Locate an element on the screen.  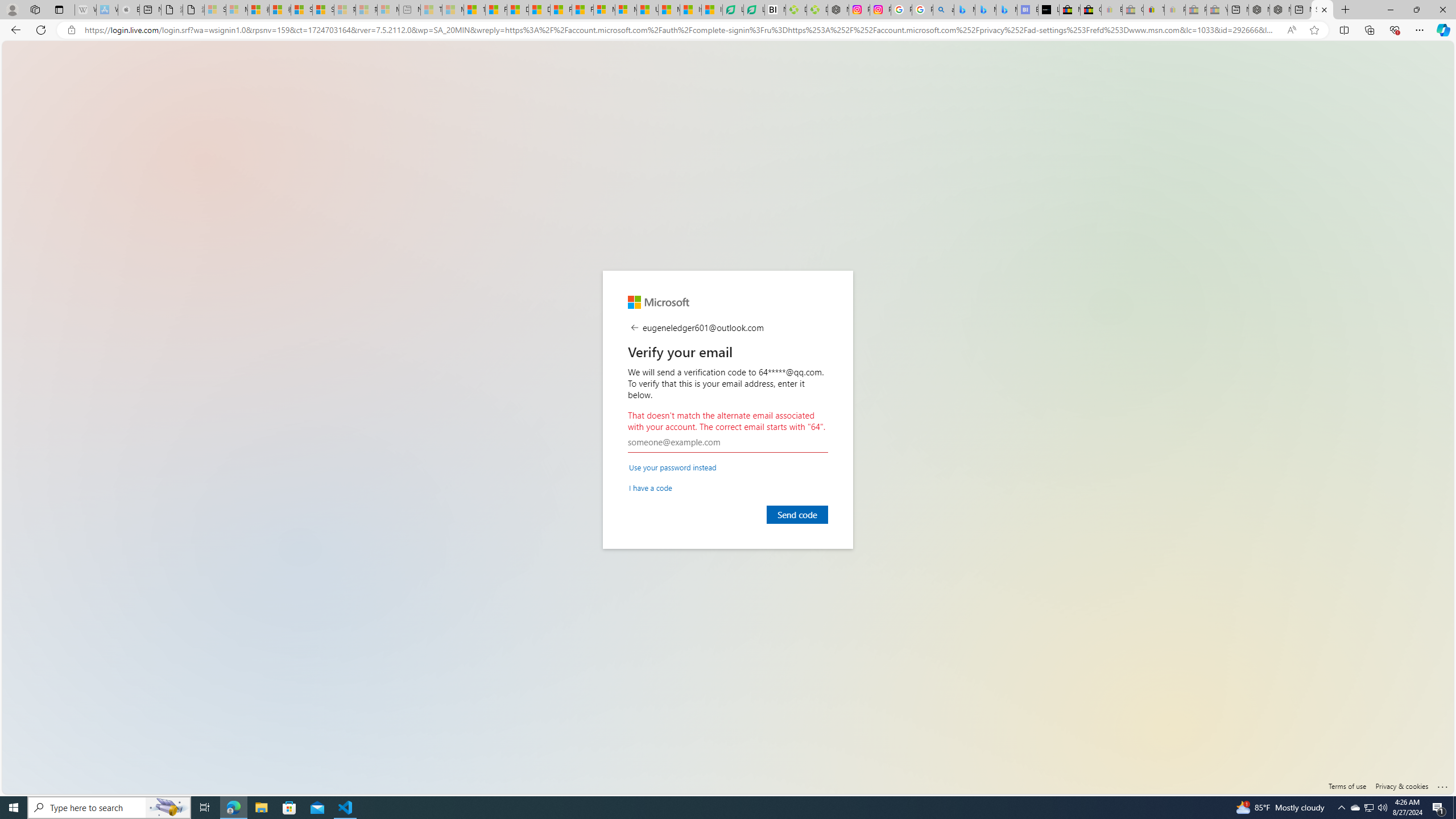
'Top Stories - MSN - Sleeping' is located at coordinates (431, 9).